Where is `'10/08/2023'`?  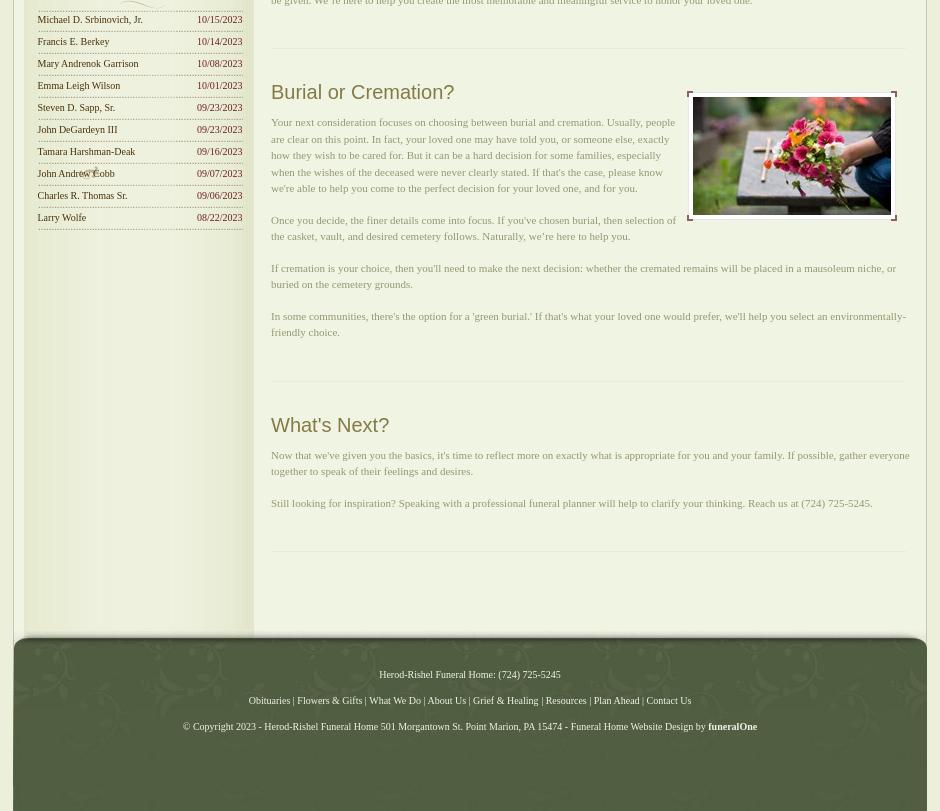 '10/08/2023' is located at coordinates (218, 63).